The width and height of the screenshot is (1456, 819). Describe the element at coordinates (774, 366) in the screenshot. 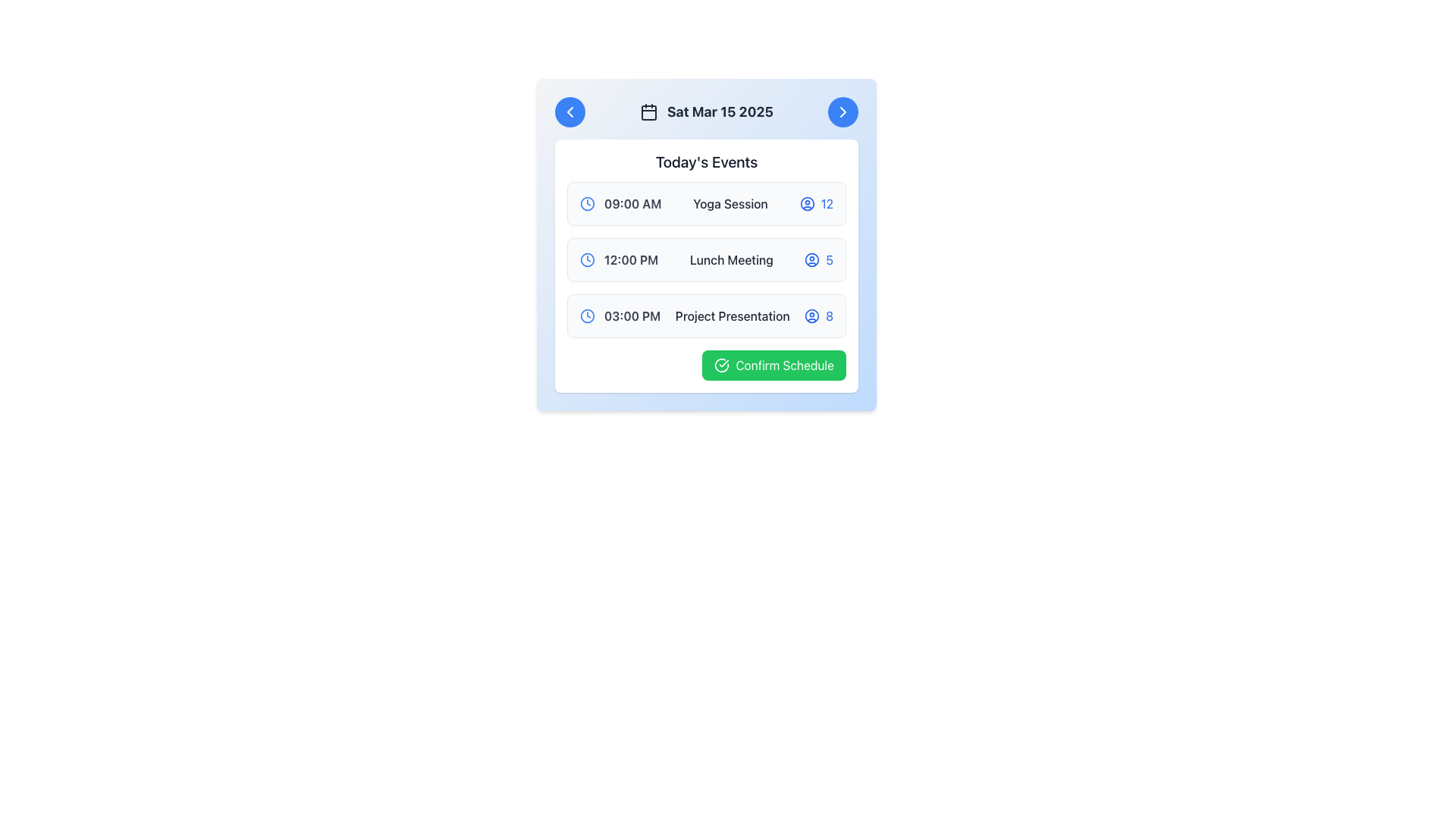

I see `the green 'Confirm Schedule' button located at the bottom-right of the event card to confirm the schedule` at that location.